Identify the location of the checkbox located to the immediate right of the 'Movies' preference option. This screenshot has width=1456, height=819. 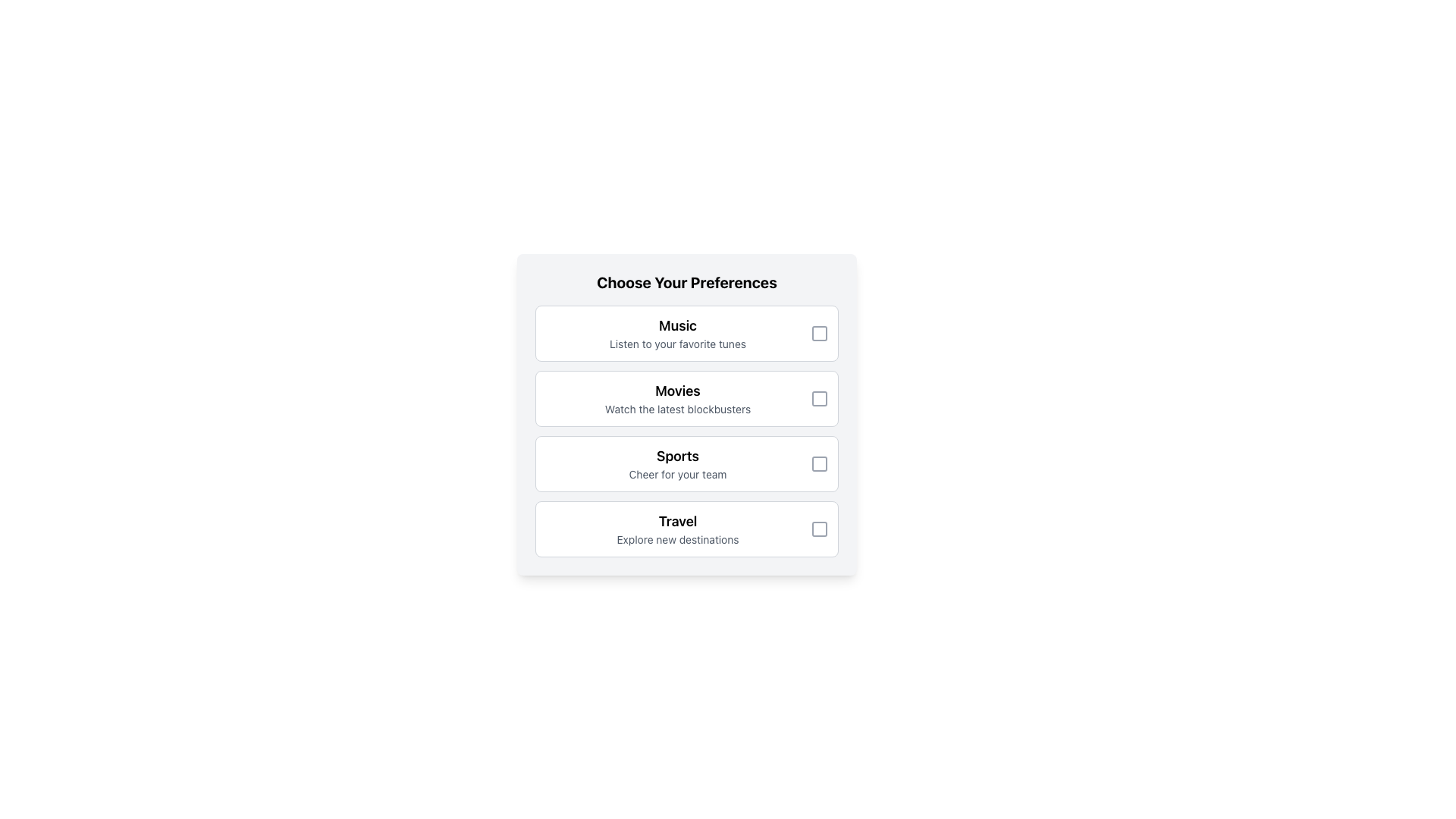
(818, 397).